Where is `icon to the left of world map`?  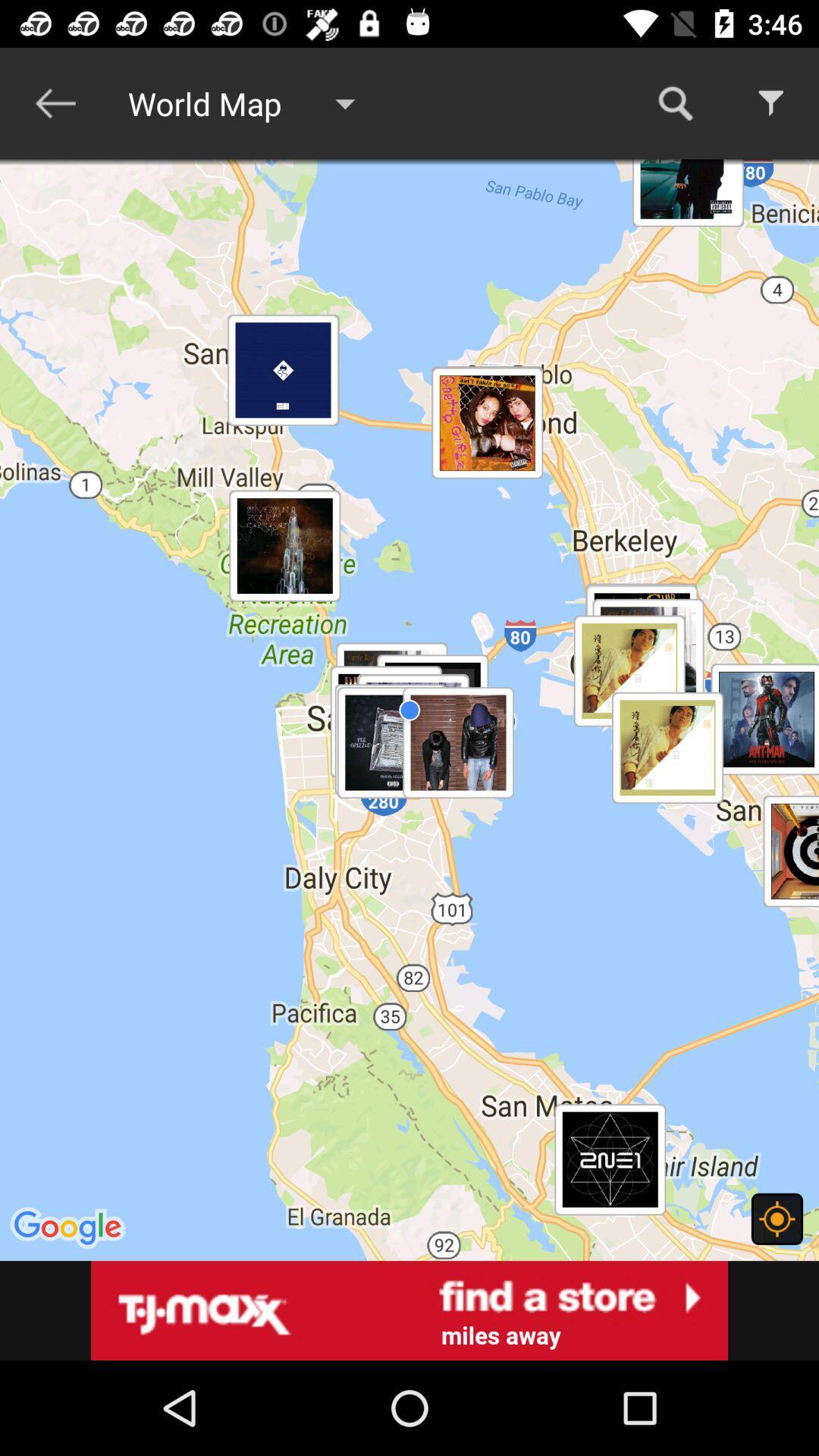 icon to the left of world map is located at coordinates (55, 102).